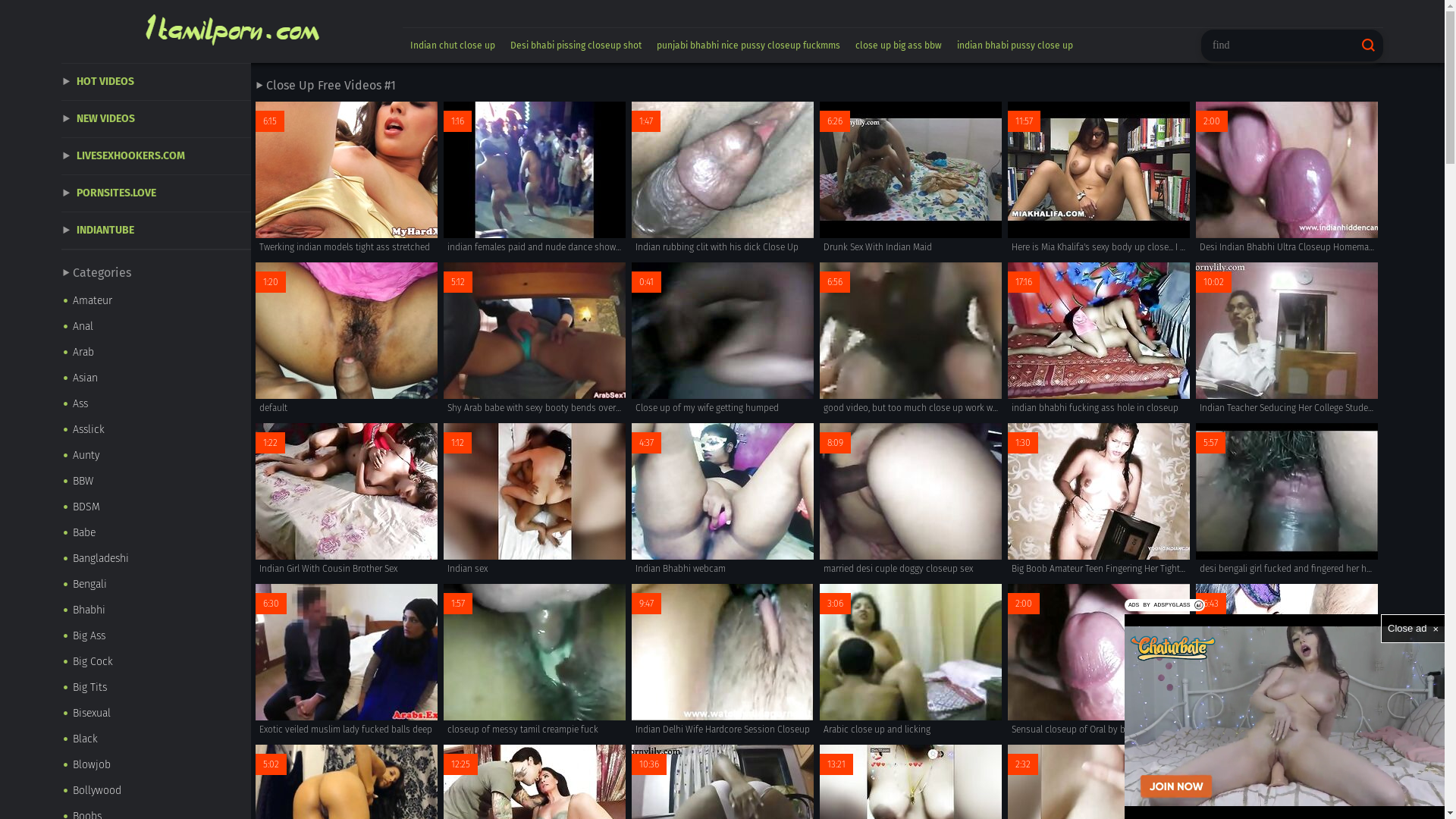  Describe the element at coordinates (156, 636) in the screenshot. I see `'Big Ass'` at that location.